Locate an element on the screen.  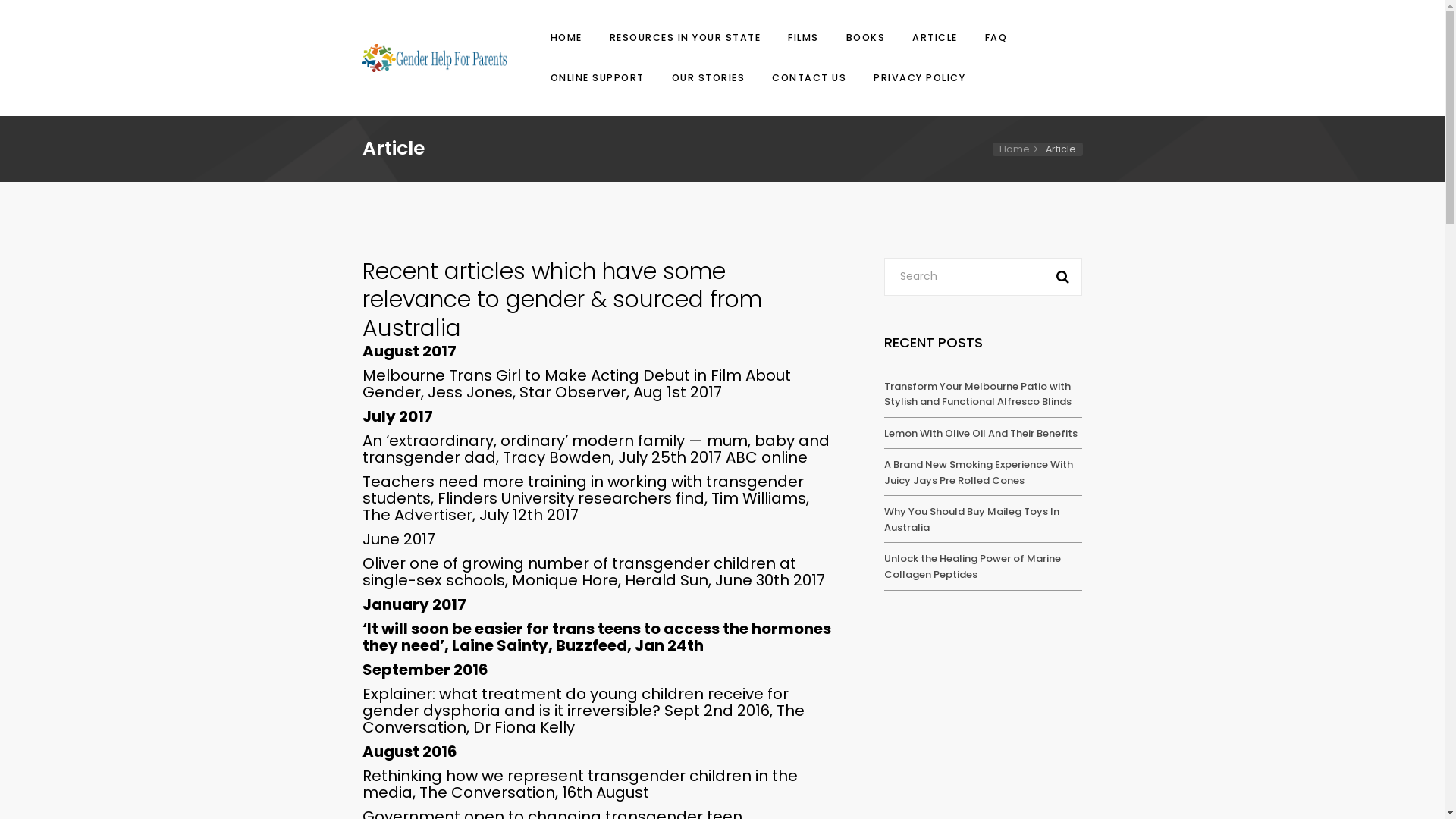
'PRIVACY POLICY' is located at coordinates (916, 77).